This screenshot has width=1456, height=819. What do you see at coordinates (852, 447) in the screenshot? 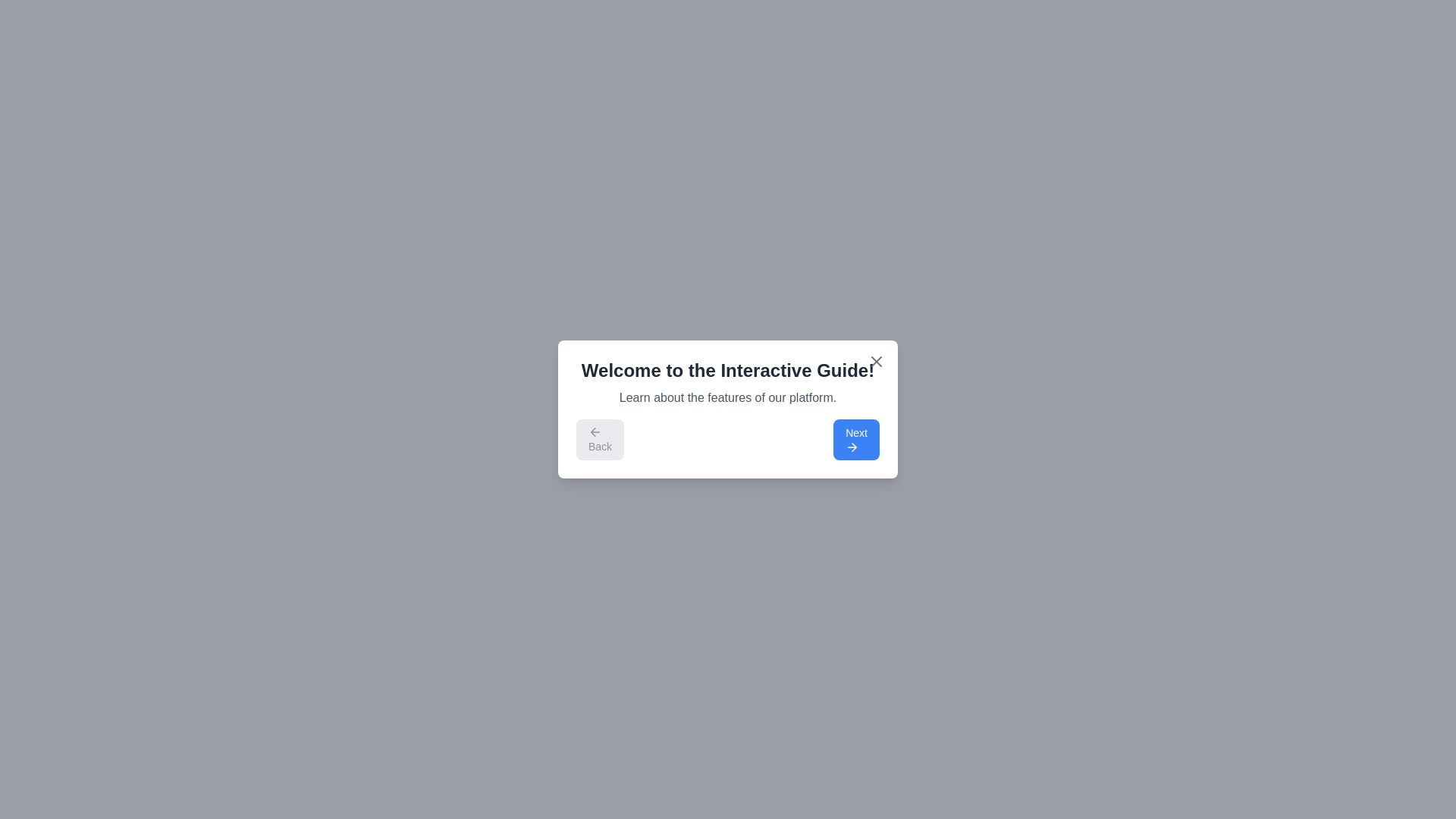
I see `the right-pointing arrow icon, which is part of the 'Next' button located in the bottom-right corner of a modal dialog` at bounding box center [852, 447].